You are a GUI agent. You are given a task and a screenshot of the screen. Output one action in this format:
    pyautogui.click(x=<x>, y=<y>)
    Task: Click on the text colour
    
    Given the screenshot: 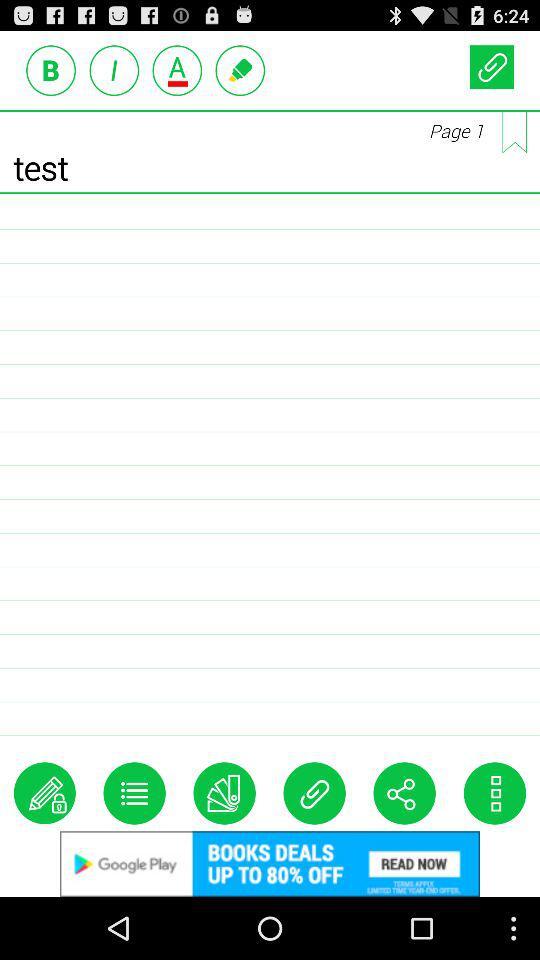 What is the action you would take?
    pyautogui.click(x=177, y=70)
    